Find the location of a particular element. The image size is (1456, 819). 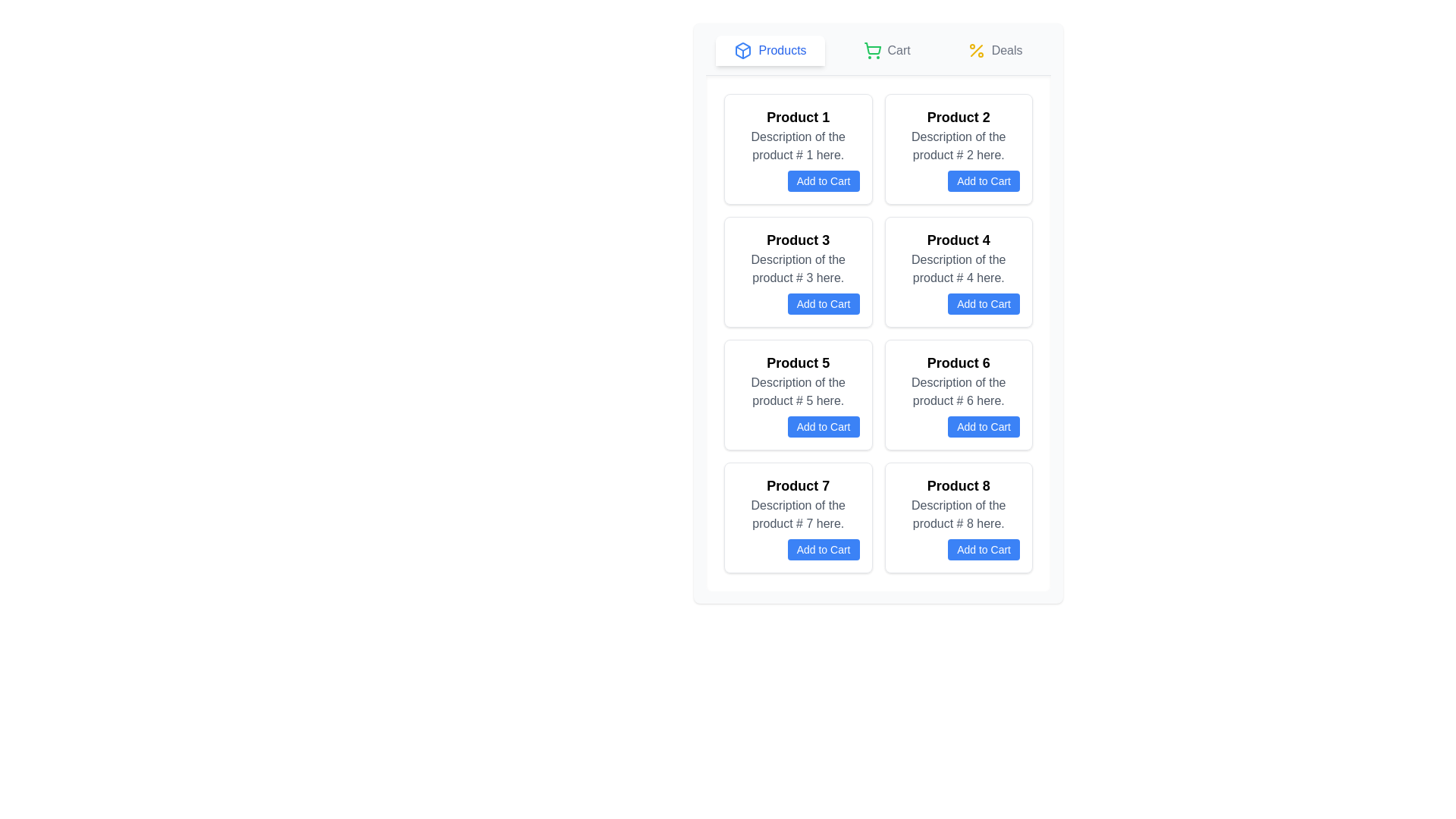

the 'Cart' button in the top navigation bar is located at coordinates (886, 49).